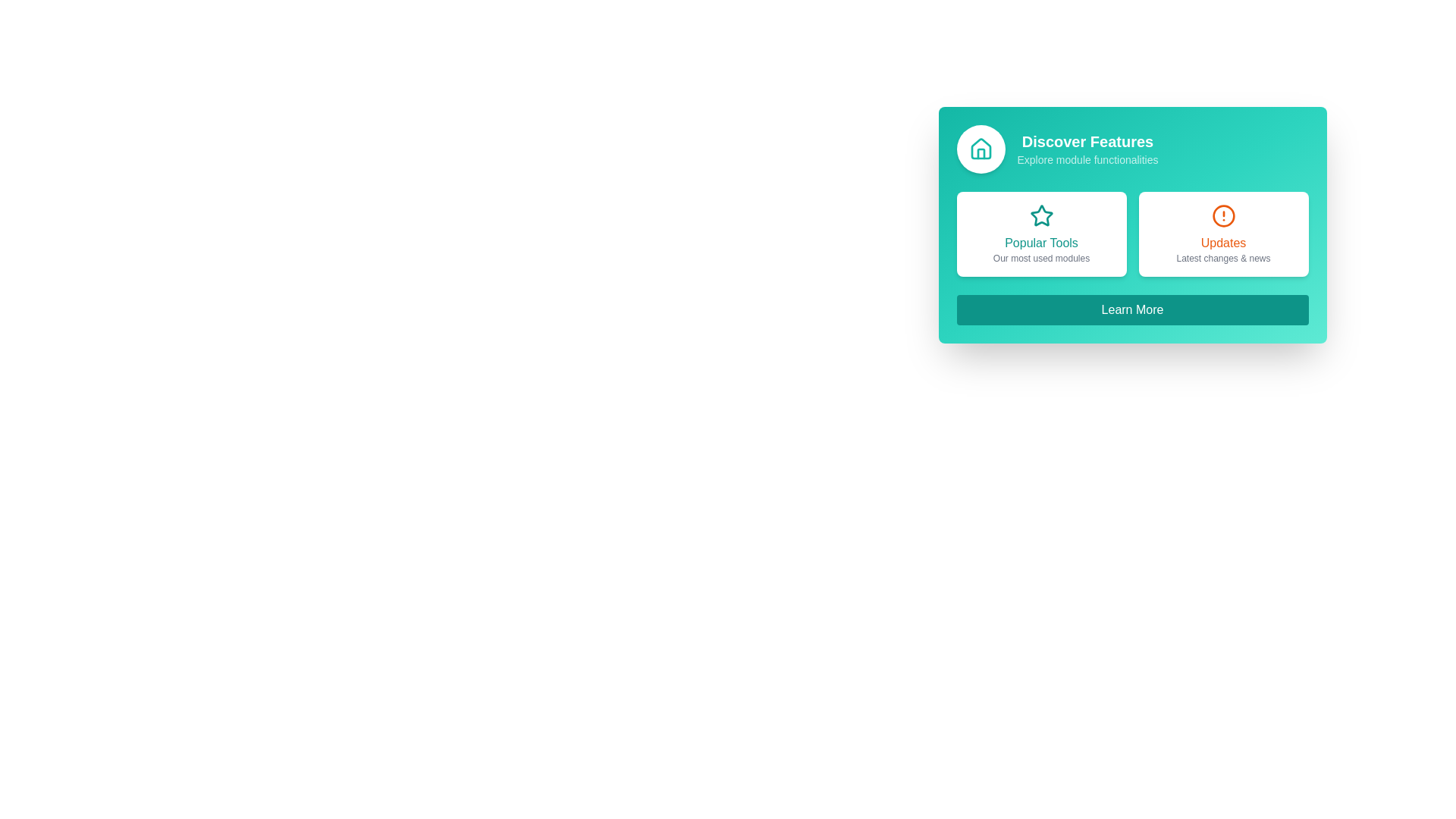 This screenshot has height=819, width=1456. Describe the element at coordinates (1132, 309) in the screenshot. I see `the 'Learn More' button with a teal background` at that location.